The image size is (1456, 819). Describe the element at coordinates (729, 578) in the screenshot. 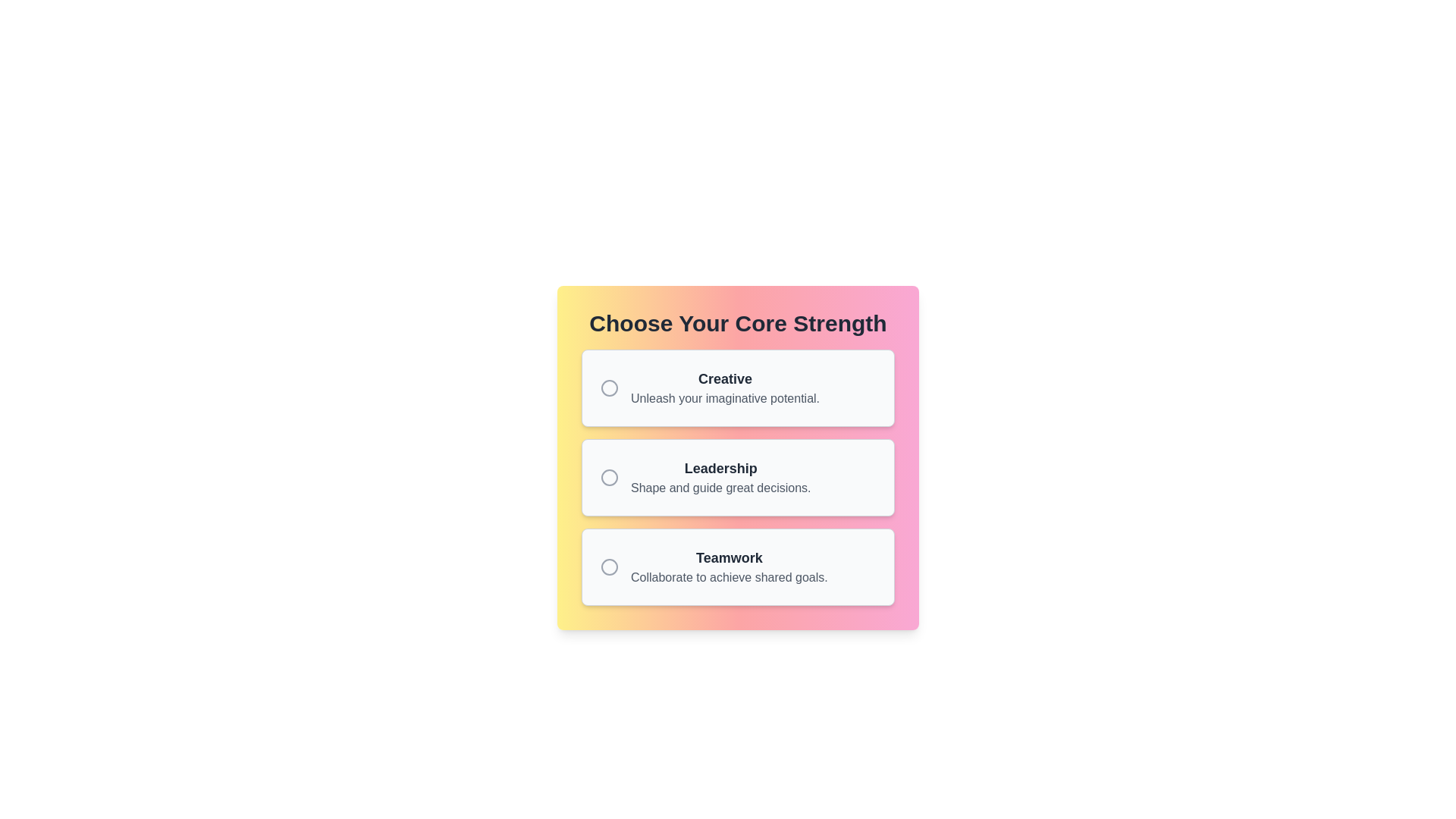

I see `descriptive label text located below the bolded header 'Teamwork' in the selection form card` at that location.